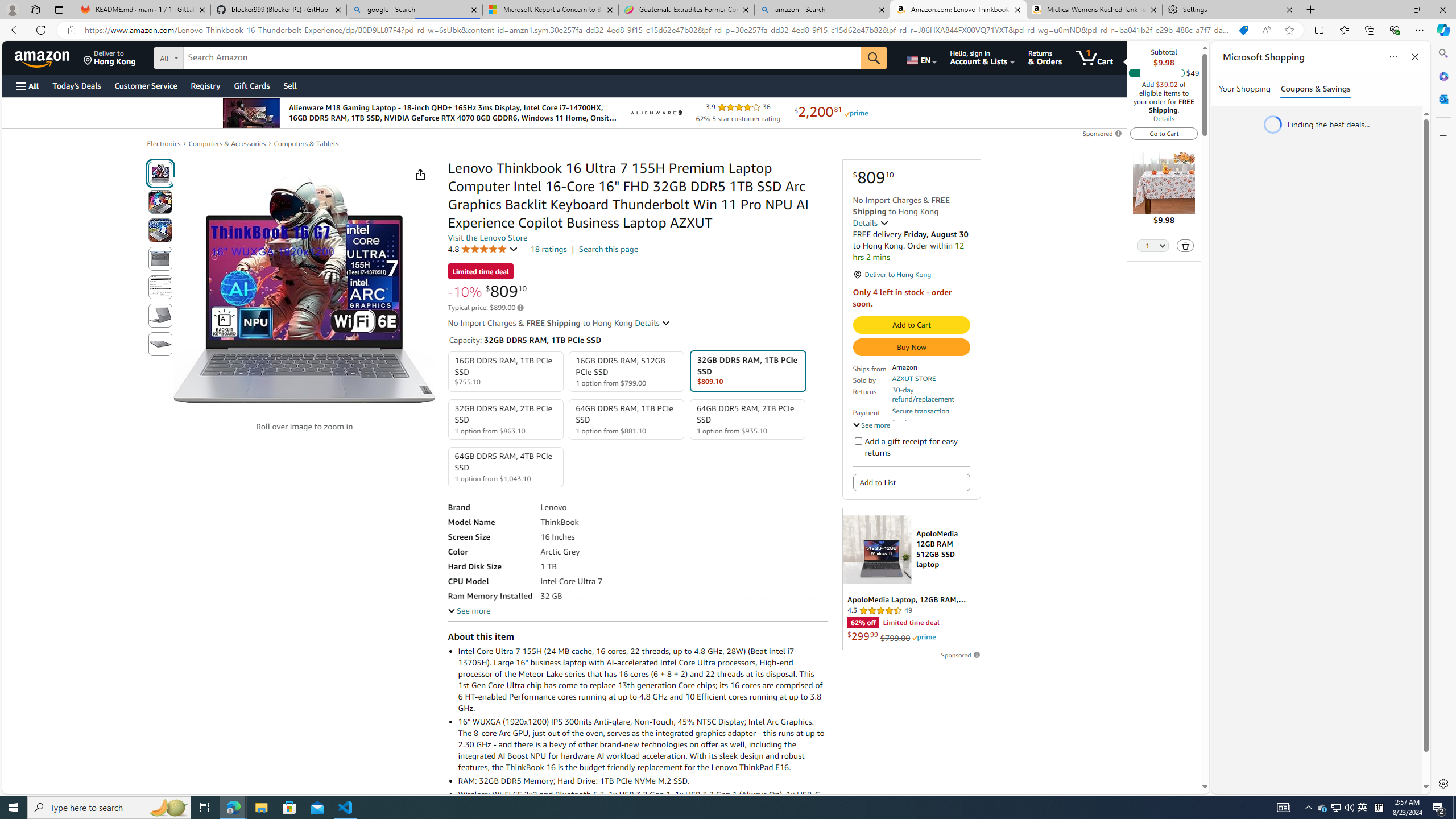  I want to click on 'Deliver to Hong Kong', so click(109, 57).